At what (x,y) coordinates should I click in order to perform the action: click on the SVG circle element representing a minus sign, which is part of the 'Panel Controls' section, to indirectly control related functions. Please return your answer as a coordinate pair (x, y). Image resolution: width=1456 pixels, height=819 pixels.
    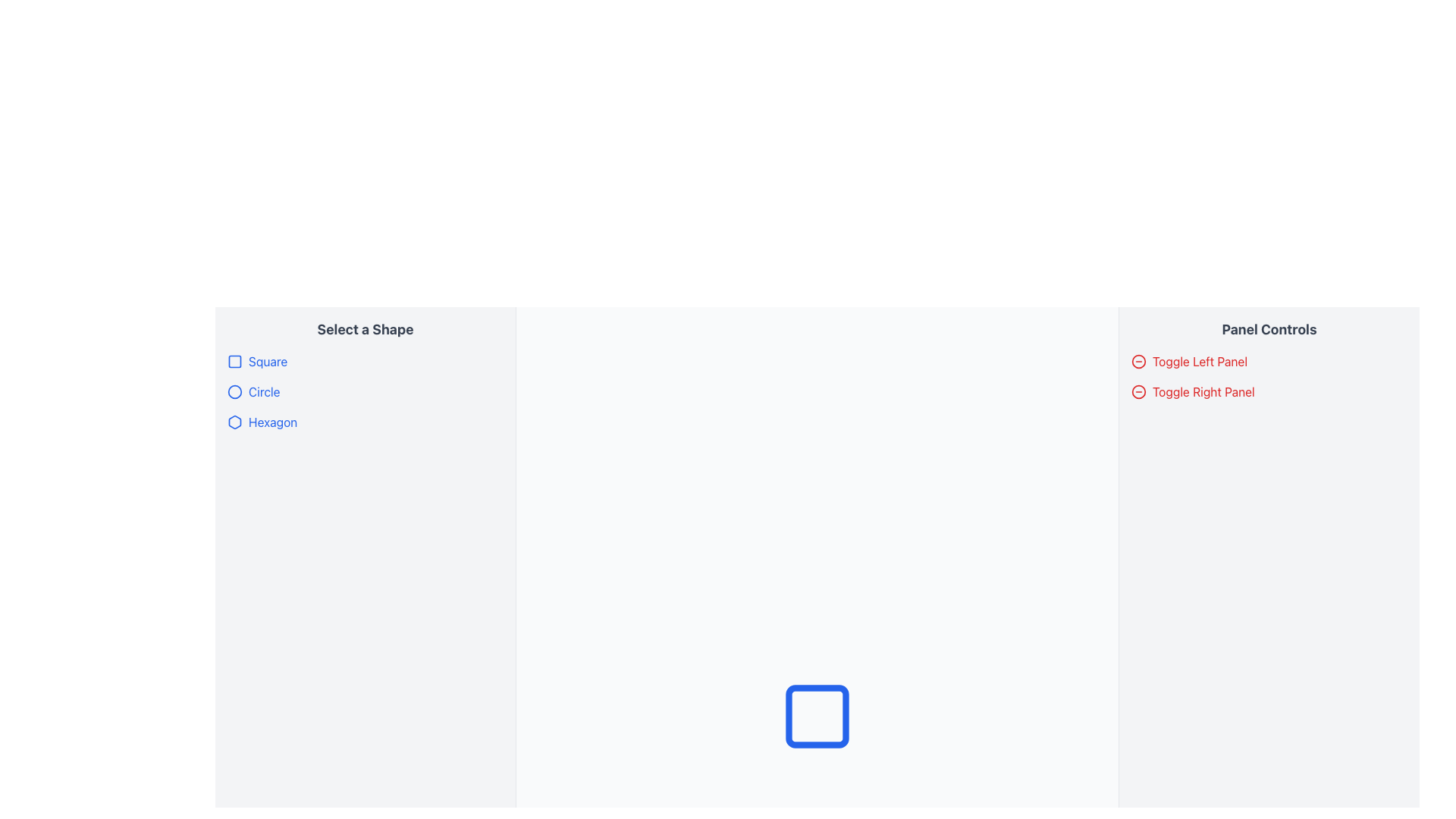
    Looking at the image, I should click on (1139, 391).